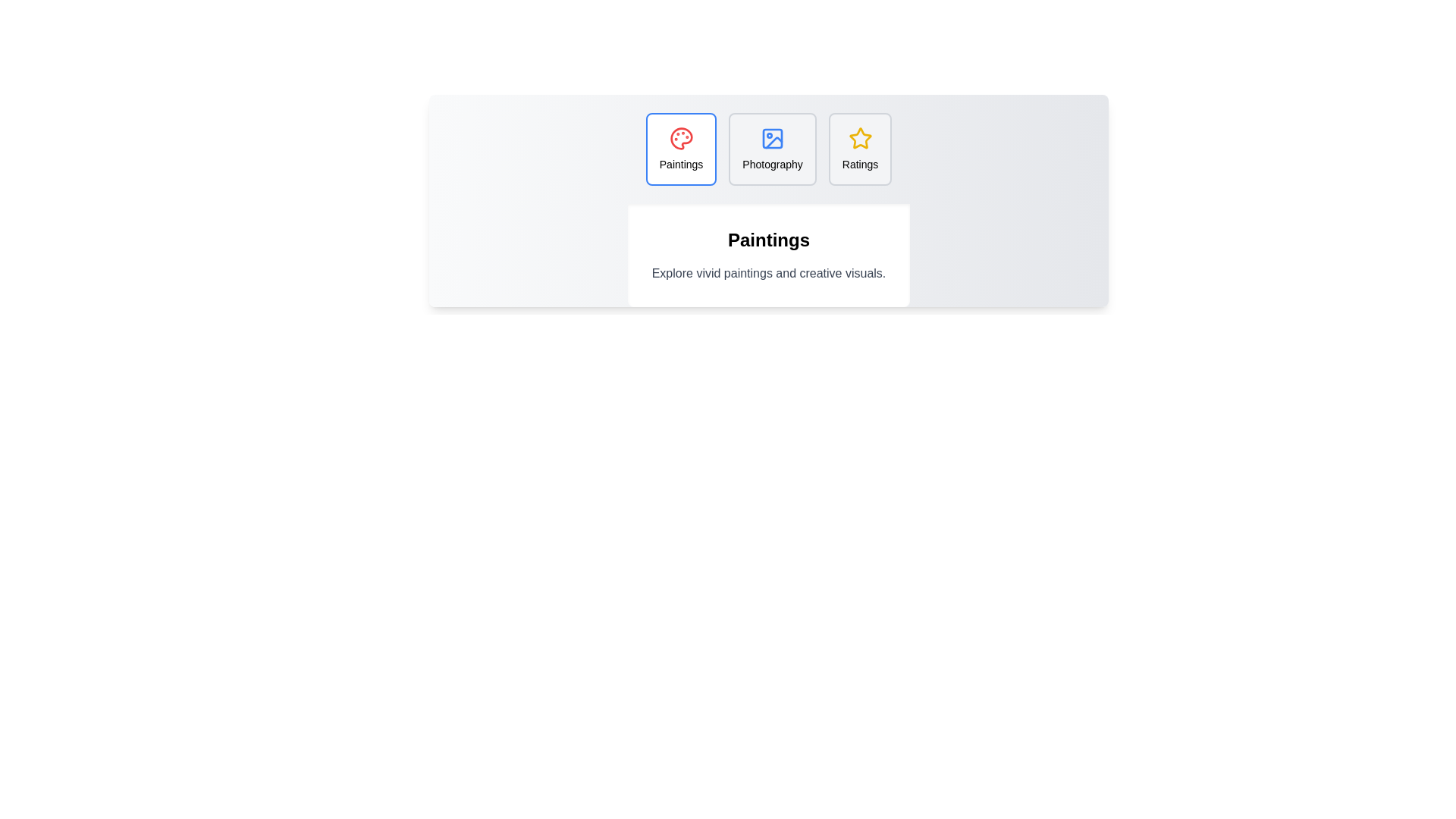  What do you see at coordinates (772, 149) in the screenshot?
I see `the tab labeled Photography` at bounding box center [772, 149].